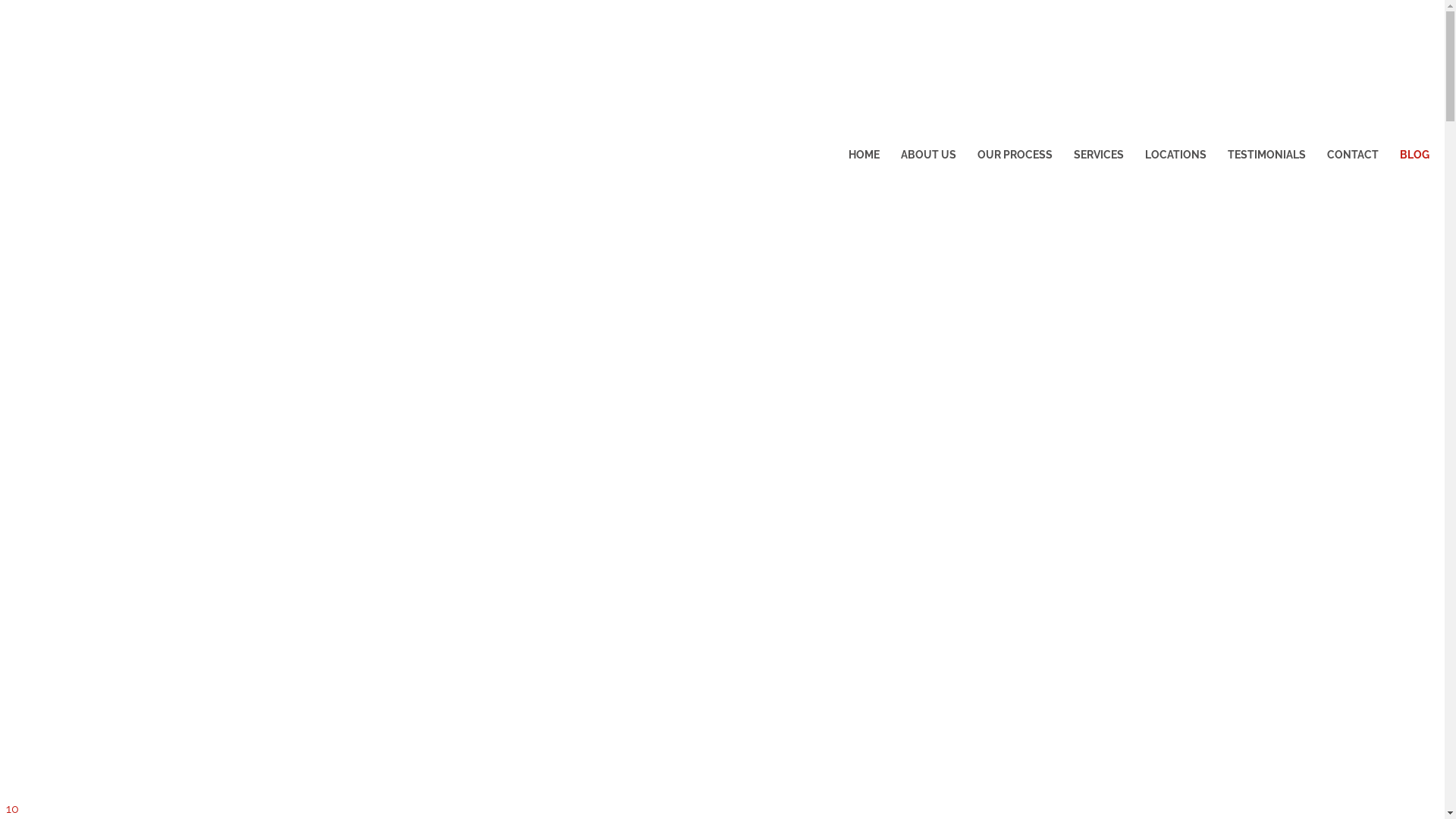 The width and height of the screenshot is (1456, 819). What do you see at coordinates (892, 155) in the screenshot?
I see `'ABOUT US'` at bounding box center [892, 155].